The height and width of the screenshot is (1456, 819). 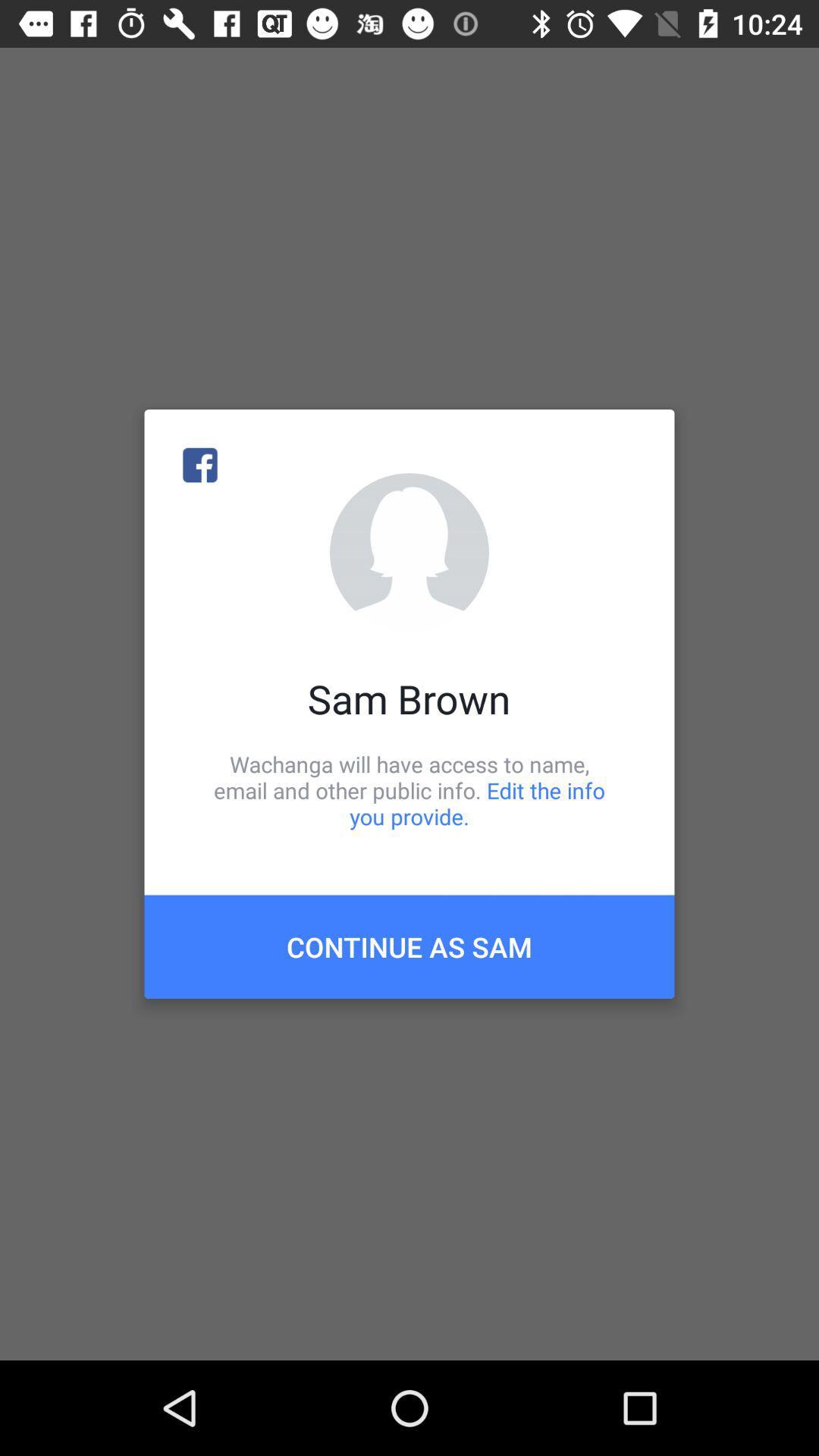 What do you see at coordinates (409, 946) in the screenshot?
I see `the icon below wachanga will have item` at bounding box center [409, 946].